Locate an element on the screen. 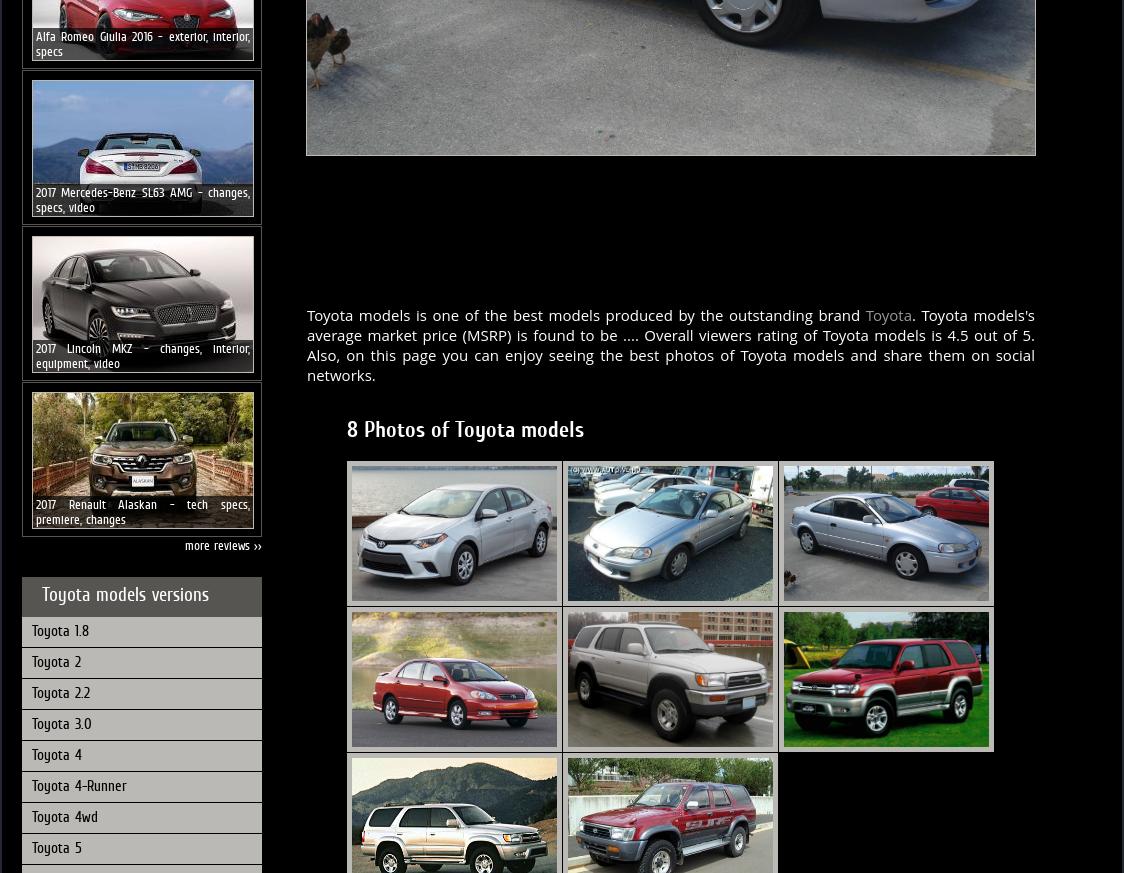 This screenshot has width=1124, height=873. 'Toyota models is one of the best models produced by the outstanding brand' is located at coordinates (585, 314).